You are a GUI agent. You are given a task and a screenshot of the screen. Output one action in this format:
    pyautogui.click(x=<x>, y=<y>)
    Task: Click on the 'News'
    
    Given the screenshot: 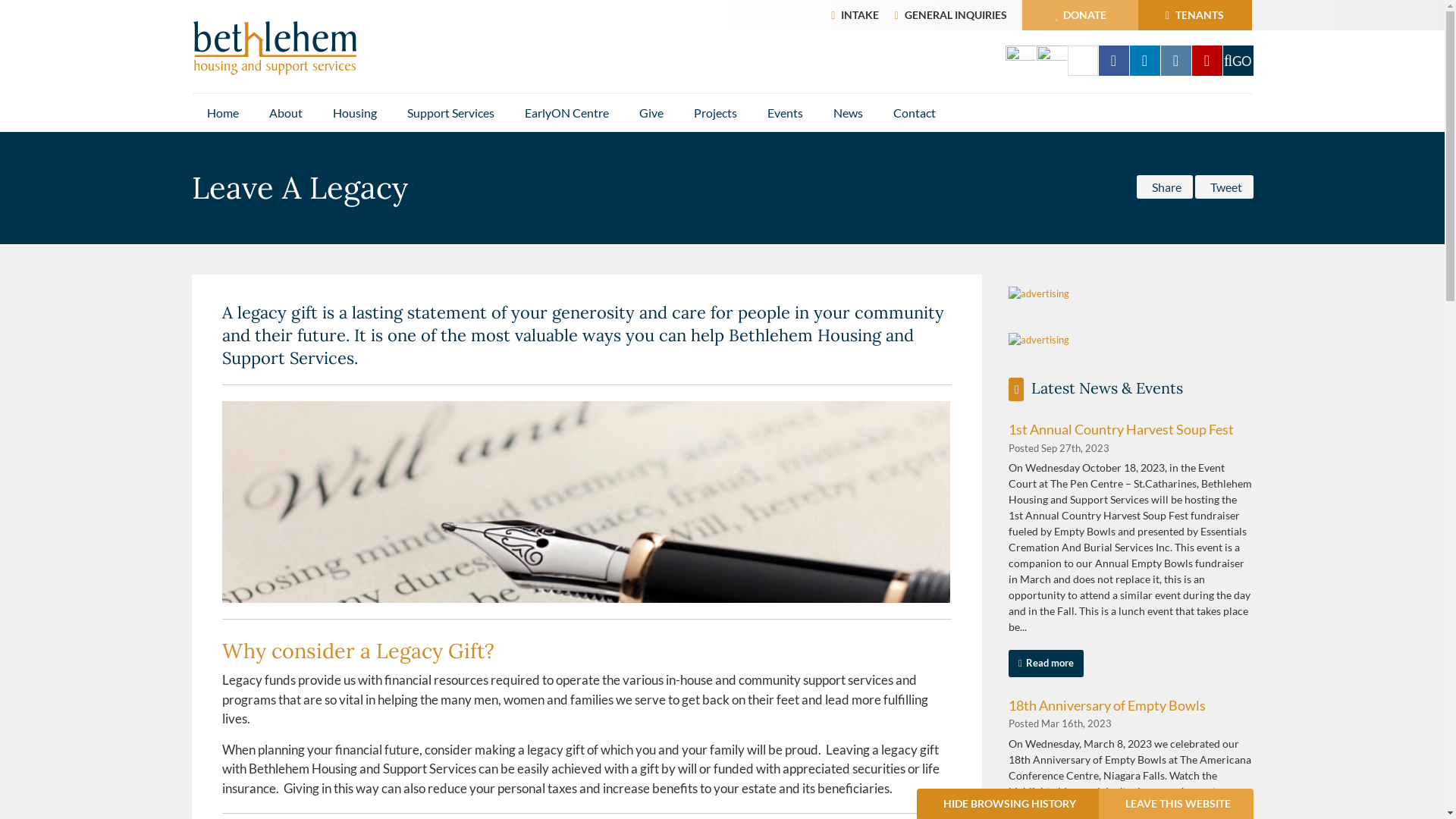 What is the action you would take?
    pyautogui.click(x=846, y=112)
    